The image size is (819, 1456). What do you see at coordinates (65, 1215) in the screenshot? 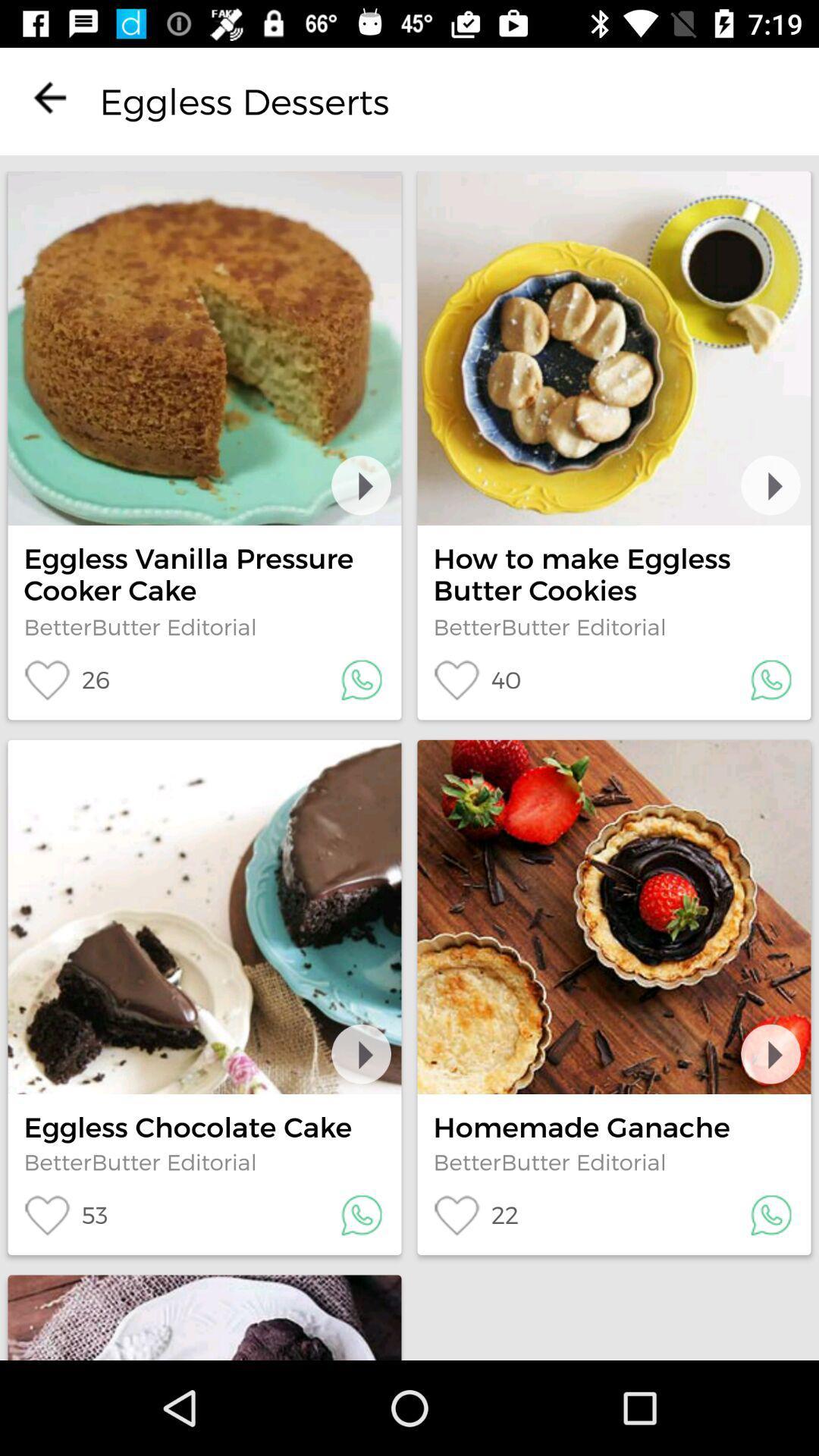
I see `the icon below the betterbutter editorial` at bounding box center [65, 1215].